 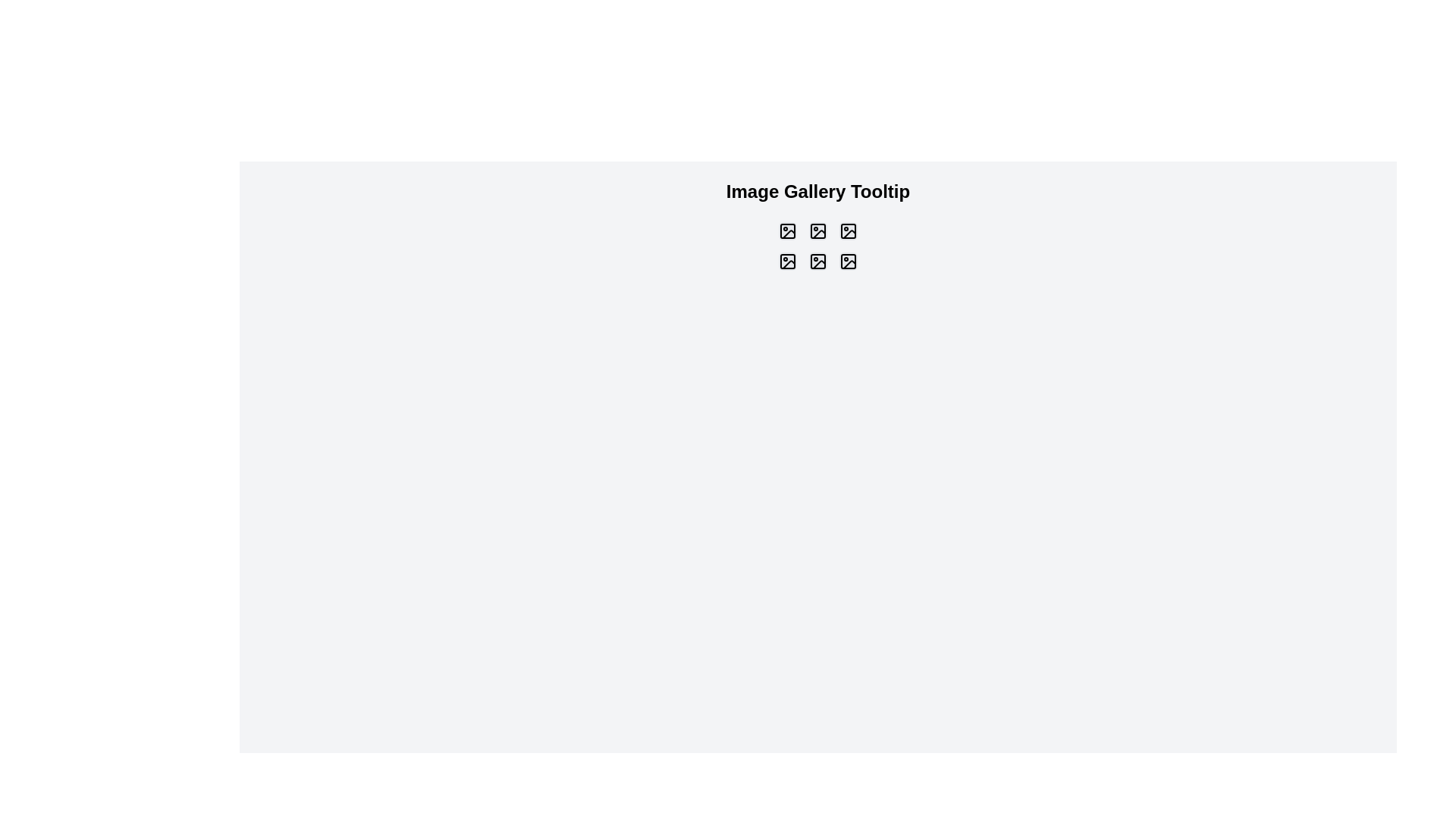 I want to click on the Icon button which resembles a framed image with a circular magnifying glass overlay, located at the bottom-right of the grid layout, so click(x=847, y=260).